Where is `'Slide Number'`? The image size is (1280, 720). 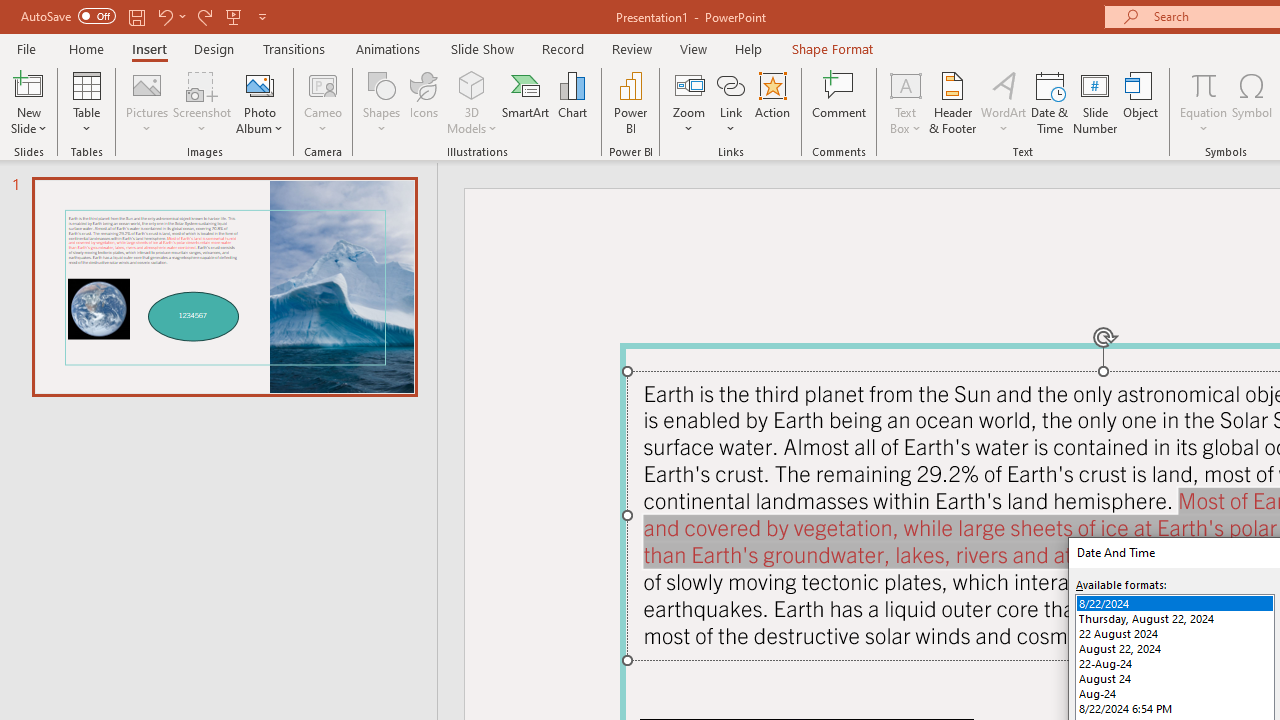
'Slide Number' is located at coordinates (1094, 103).